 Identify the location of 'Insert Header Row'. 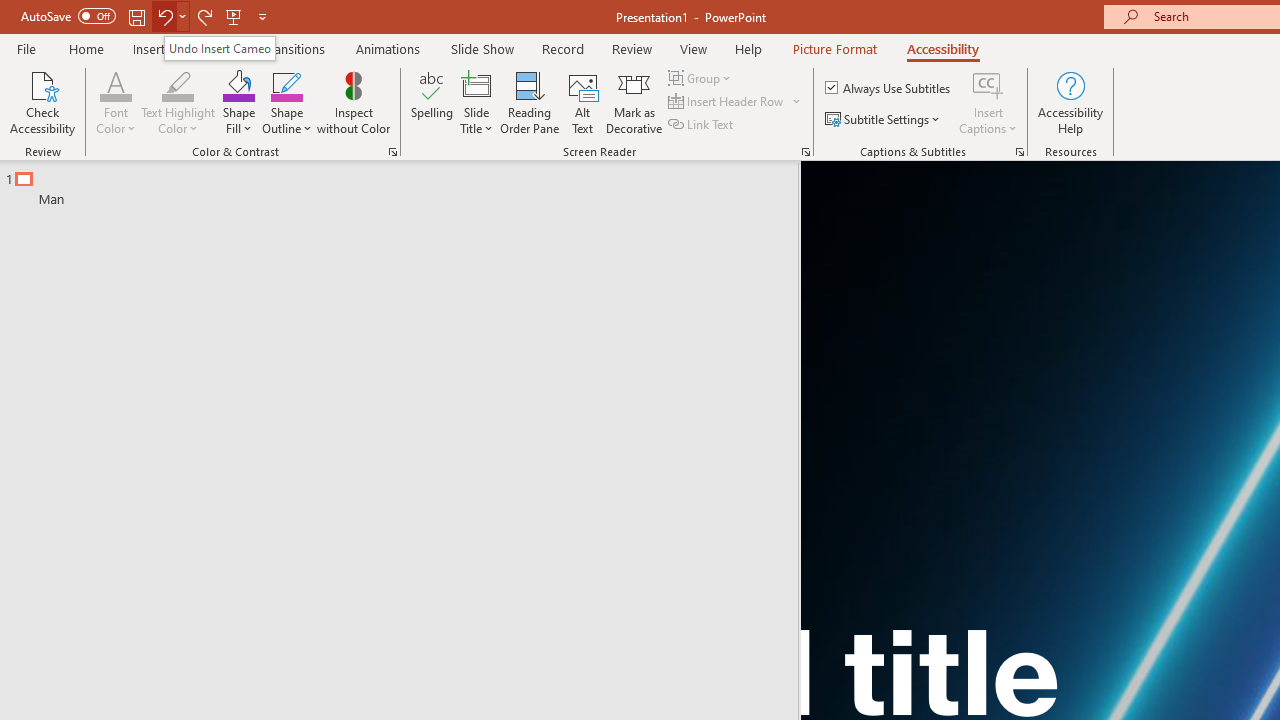
(726, 101).